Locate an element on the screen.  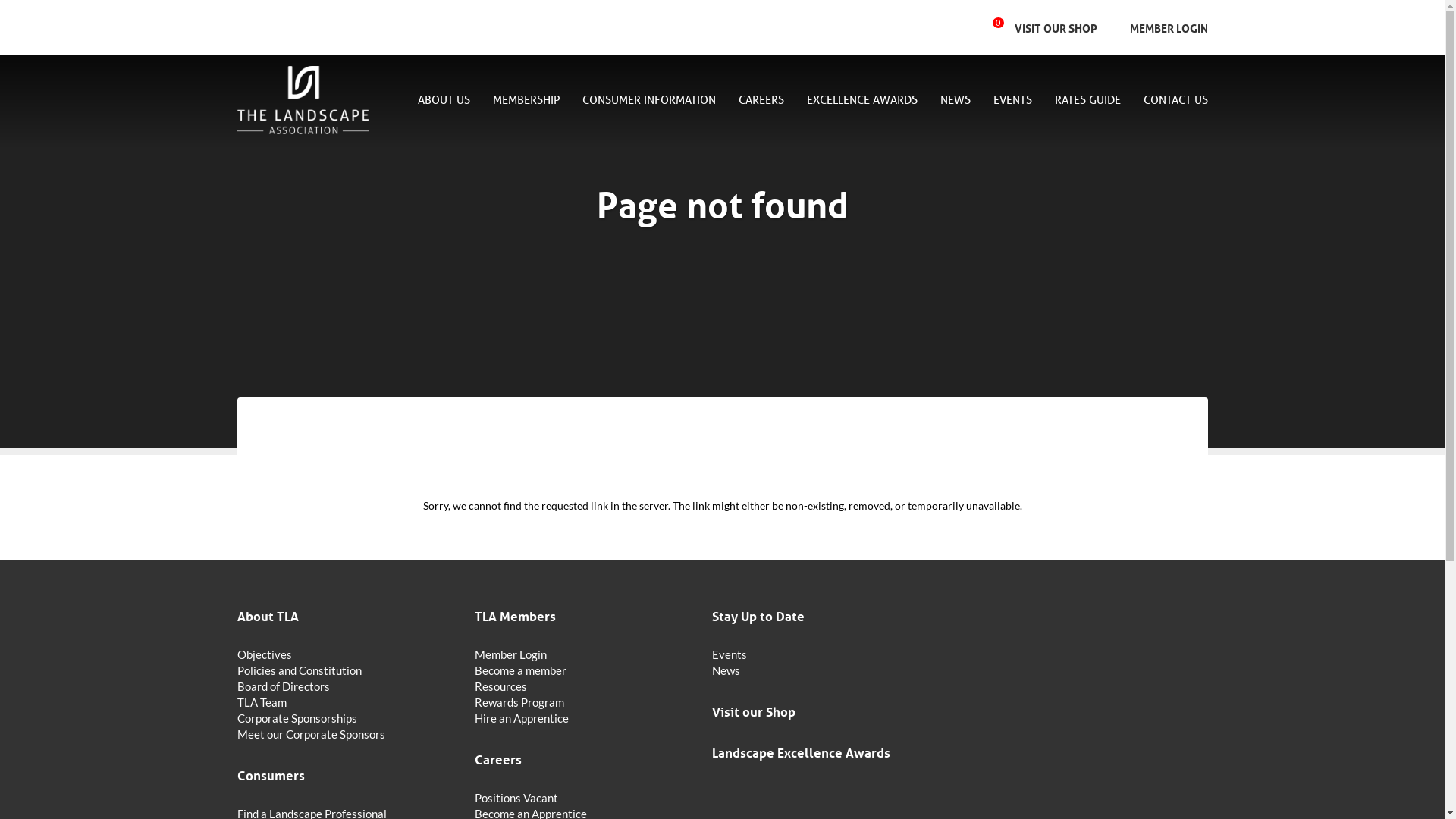
'EVENTS' is located at coordinates (993, 101).